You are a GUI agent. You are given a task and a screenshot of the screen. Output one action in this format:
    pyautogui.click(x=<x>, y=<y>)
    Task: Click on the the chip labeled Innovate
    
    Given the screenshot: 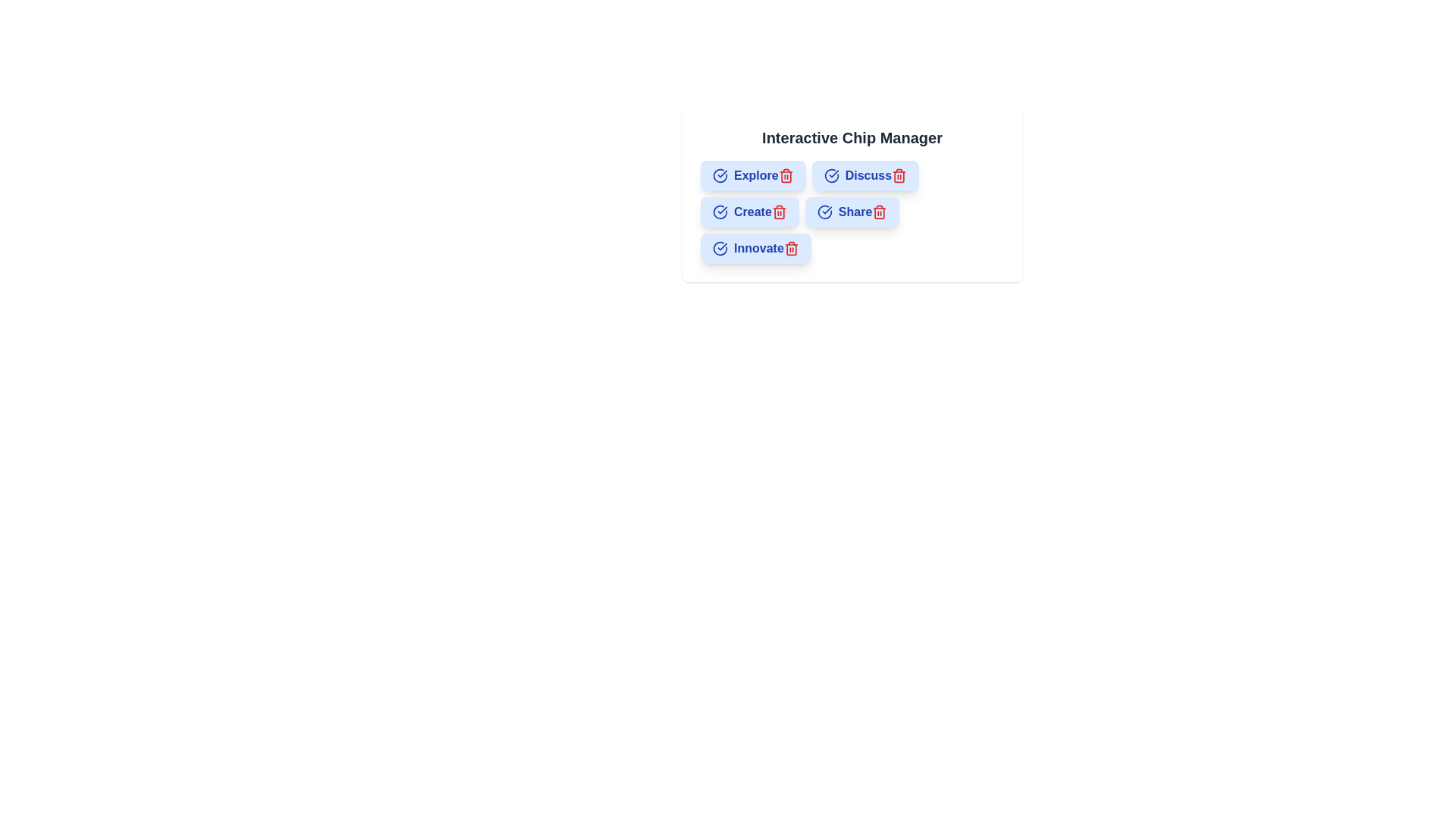 What is the action you would take?
    pyautogui.click(x=755, y=247)
    